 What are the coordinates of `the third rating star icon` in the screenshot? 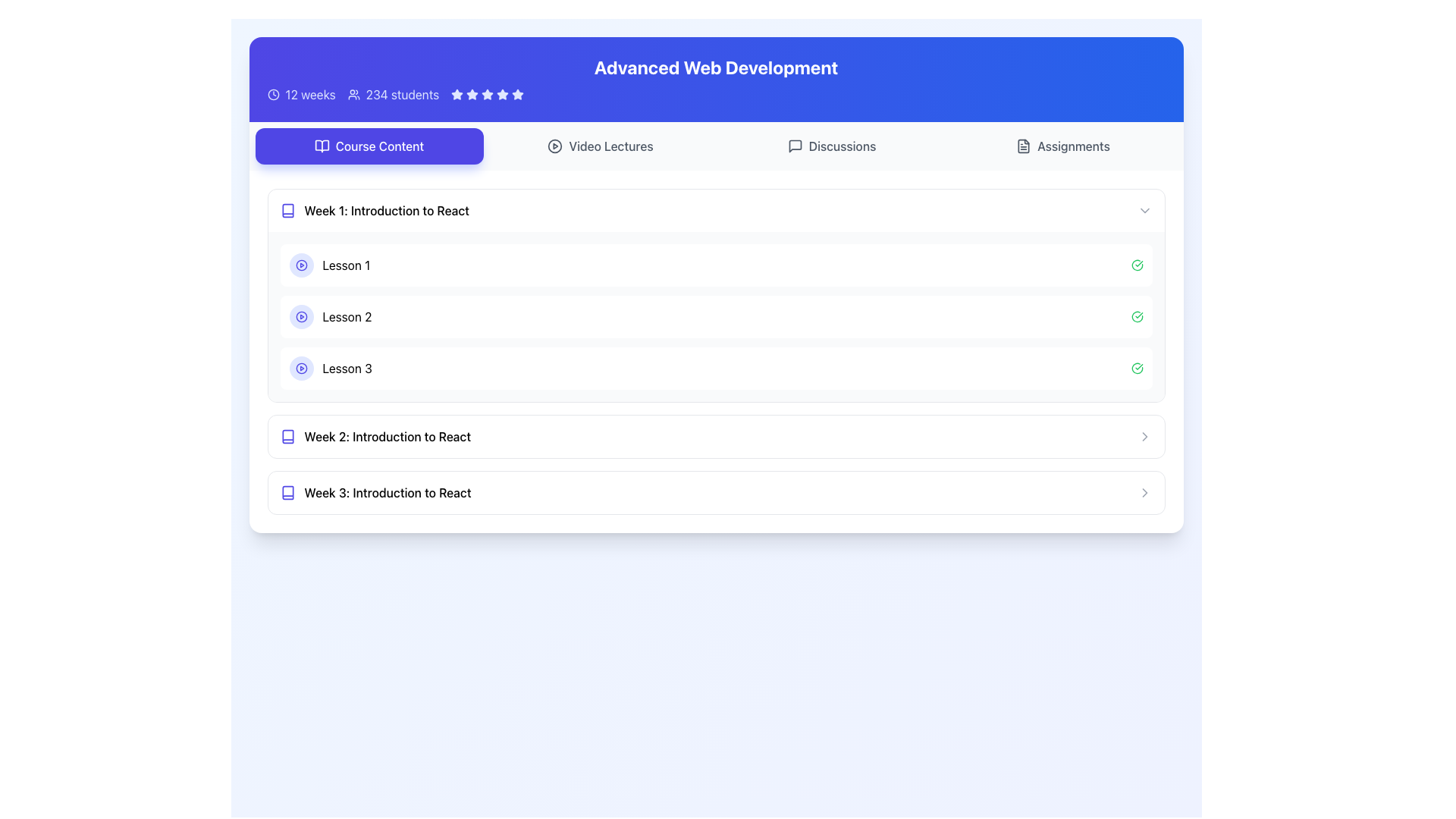 It's located at (472, 94).